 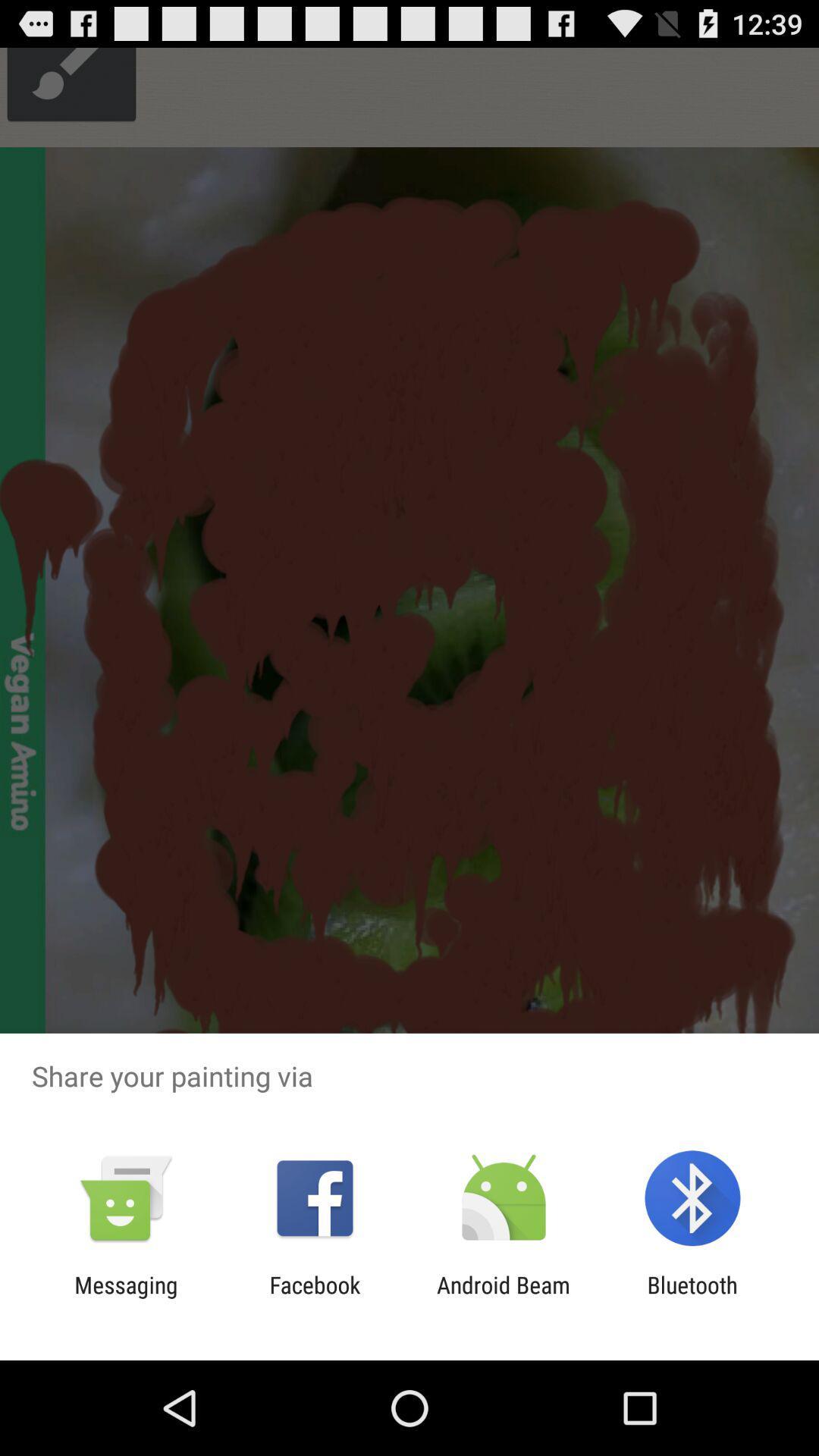 I want to click on icon next to bluetooth app, so click(x=504, y=1298).